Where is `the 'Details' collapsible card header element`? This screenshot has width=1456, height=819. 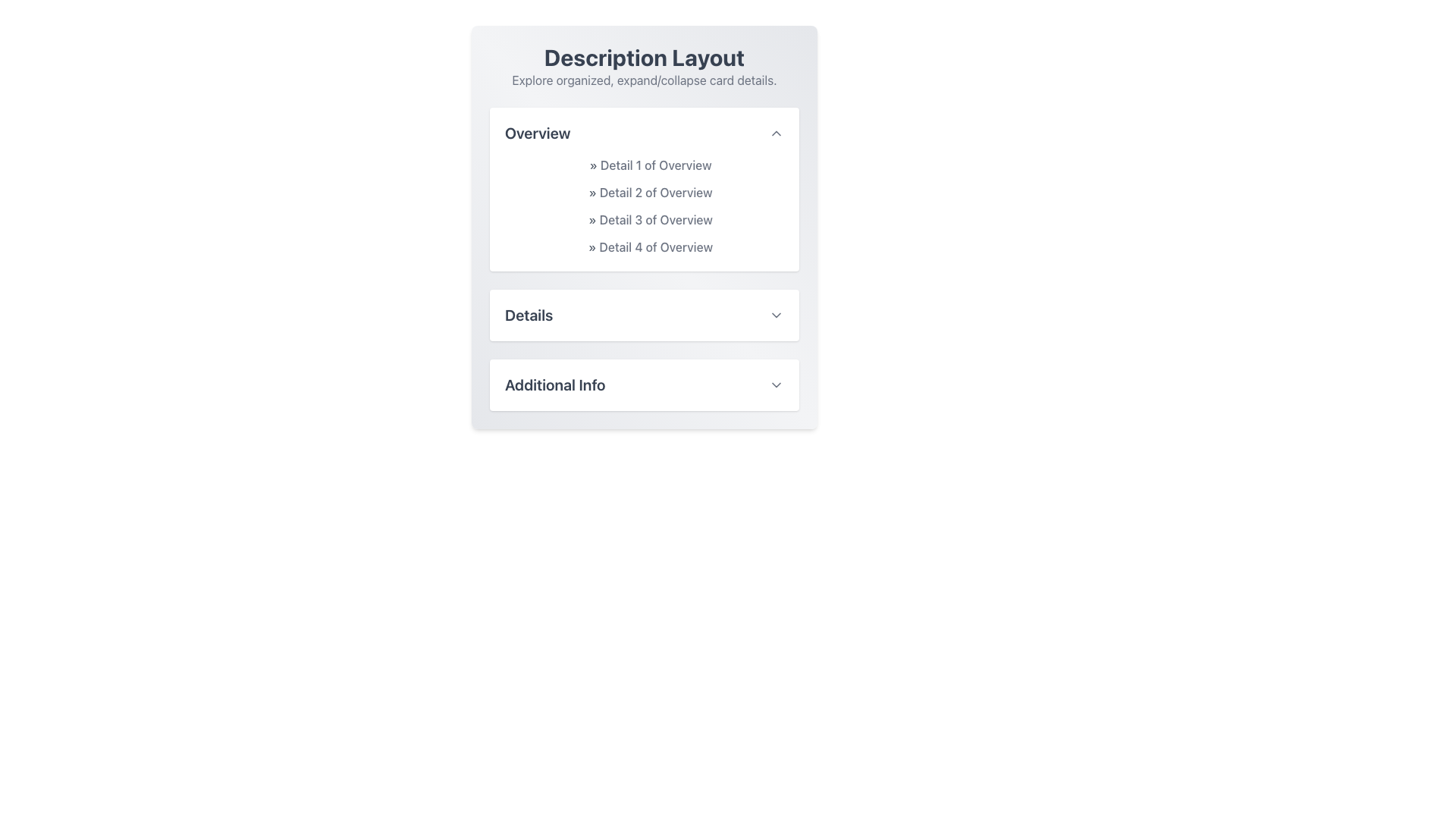 the 'Details' collapsible card header element is located at coordinates (644, 315).